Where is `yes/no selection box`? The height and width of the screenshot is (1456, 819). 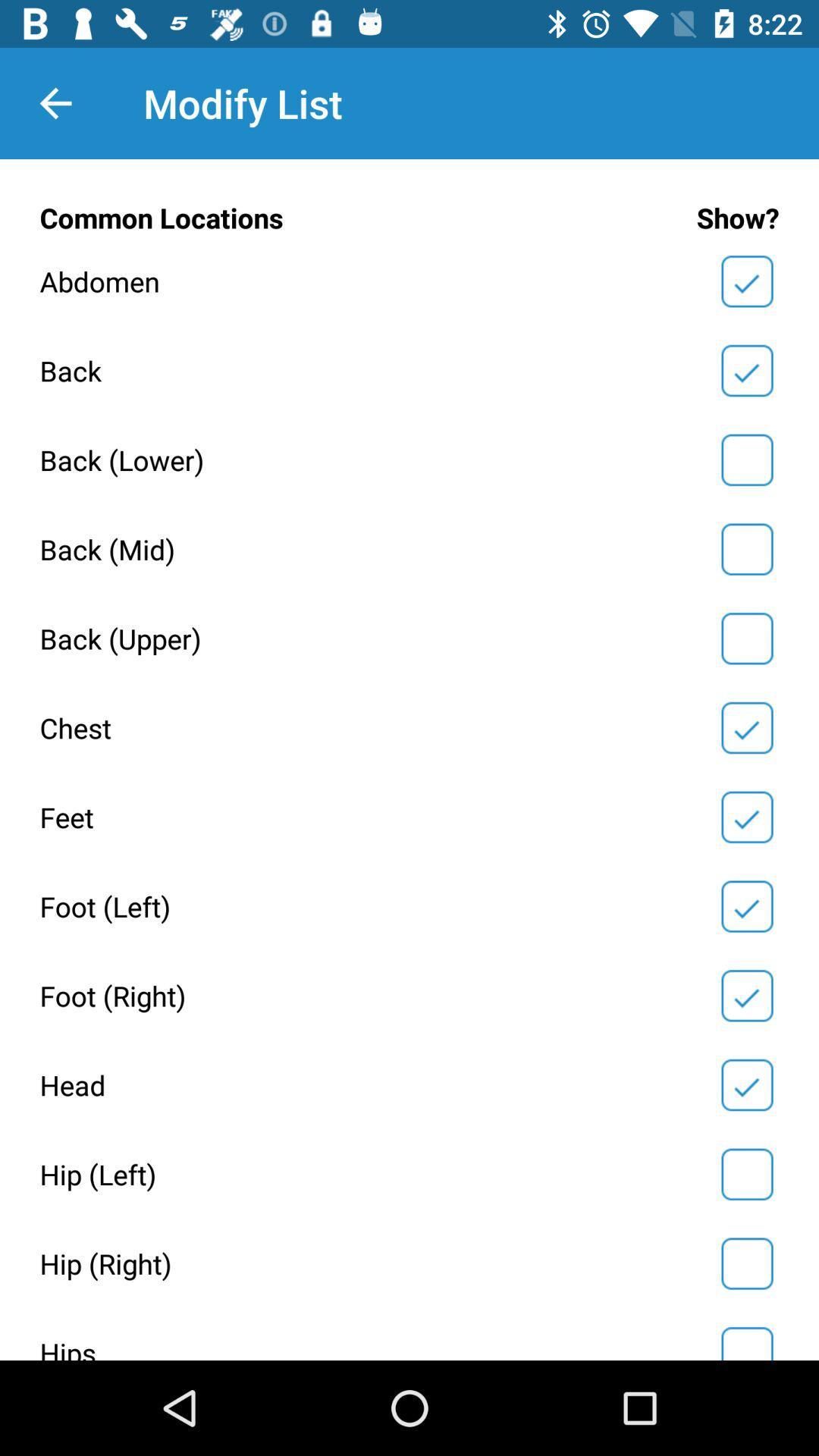 yes/no selection box is located at coordinates (746, 816).